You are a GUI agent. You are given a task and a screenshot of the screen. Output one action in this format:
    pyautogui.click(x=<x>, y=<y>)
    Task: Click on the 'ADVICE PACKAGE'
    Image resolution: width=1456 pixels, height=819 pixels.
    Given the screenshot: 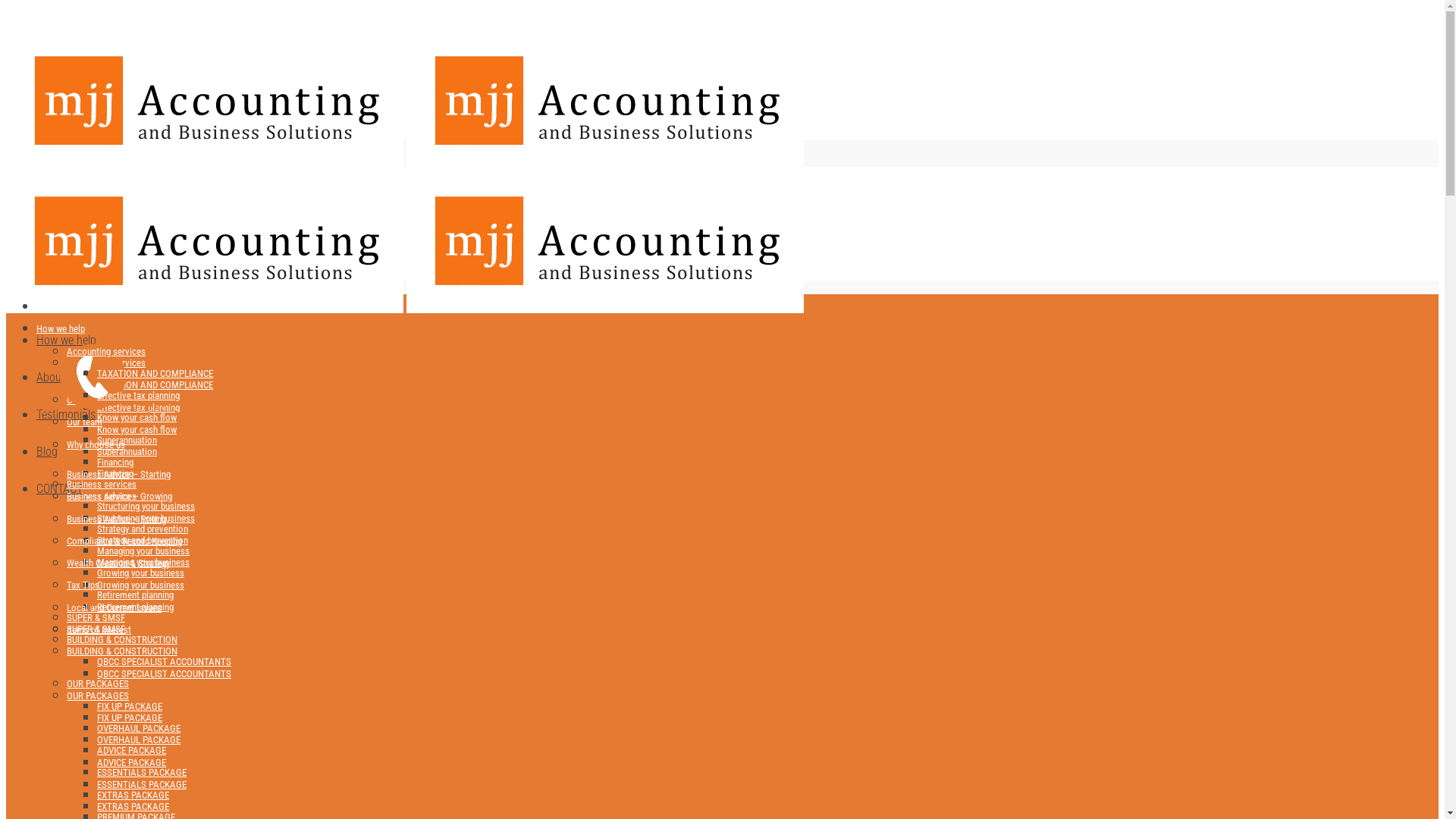 What is the action you would take?
    pyautogui.click(x=131, y=762)
    